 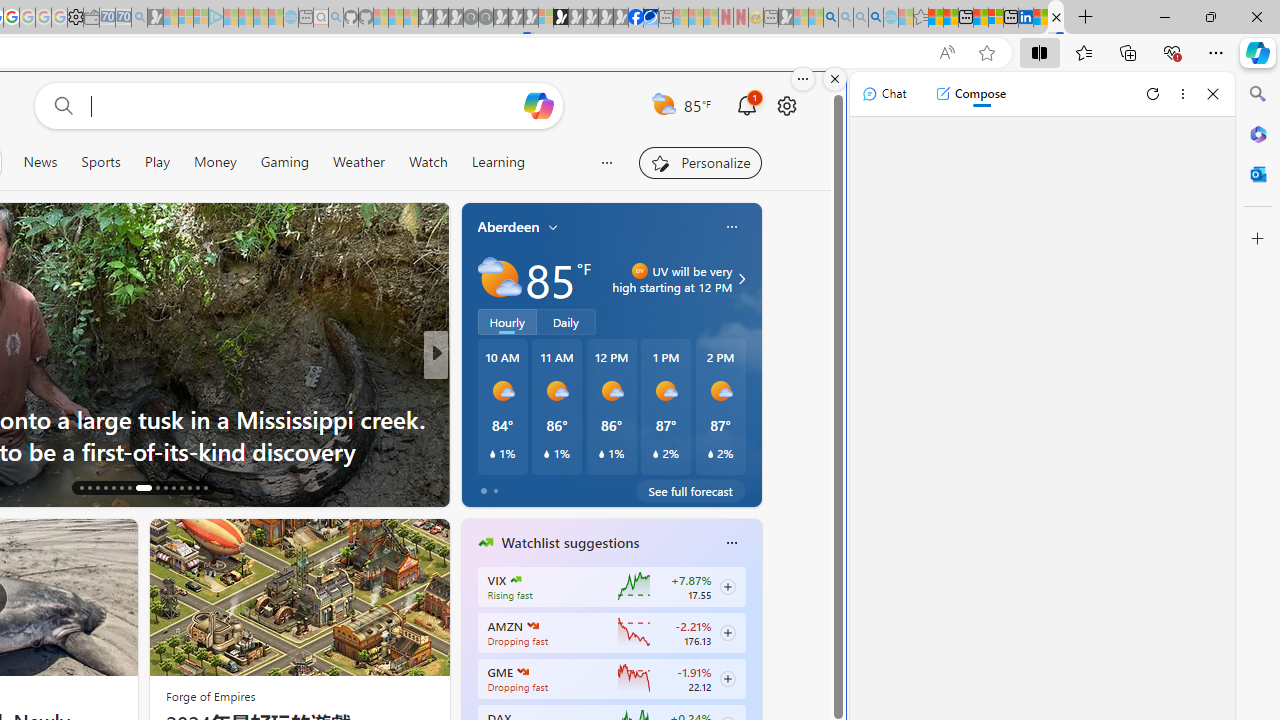 I want to click on 'Web search', so click(x=60, y=105).